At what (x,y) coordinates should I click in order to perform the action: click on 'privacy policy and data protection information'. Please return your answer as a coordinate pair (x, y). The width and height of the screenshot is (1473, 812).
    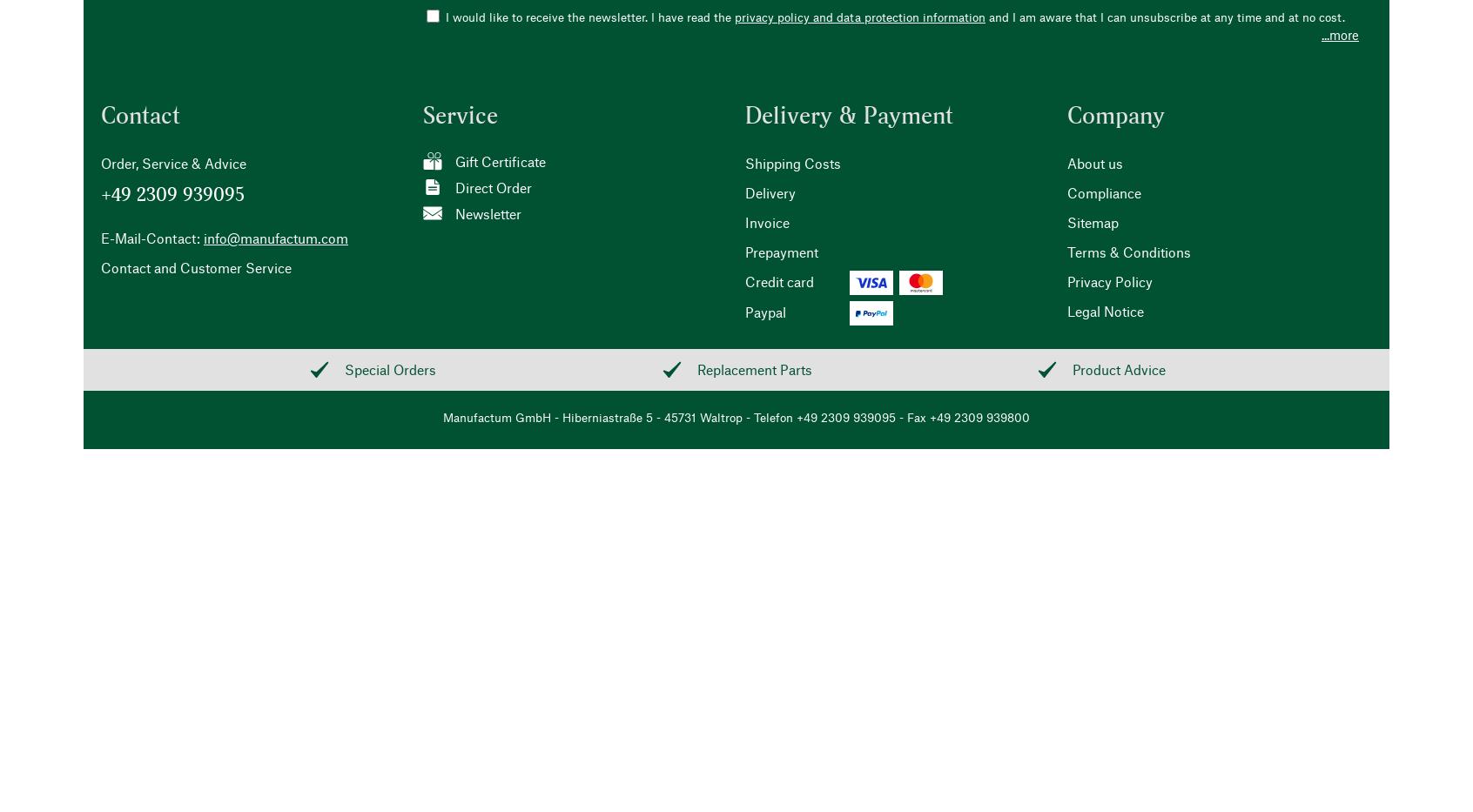
    Looking at the image, I should click on (859, 15).